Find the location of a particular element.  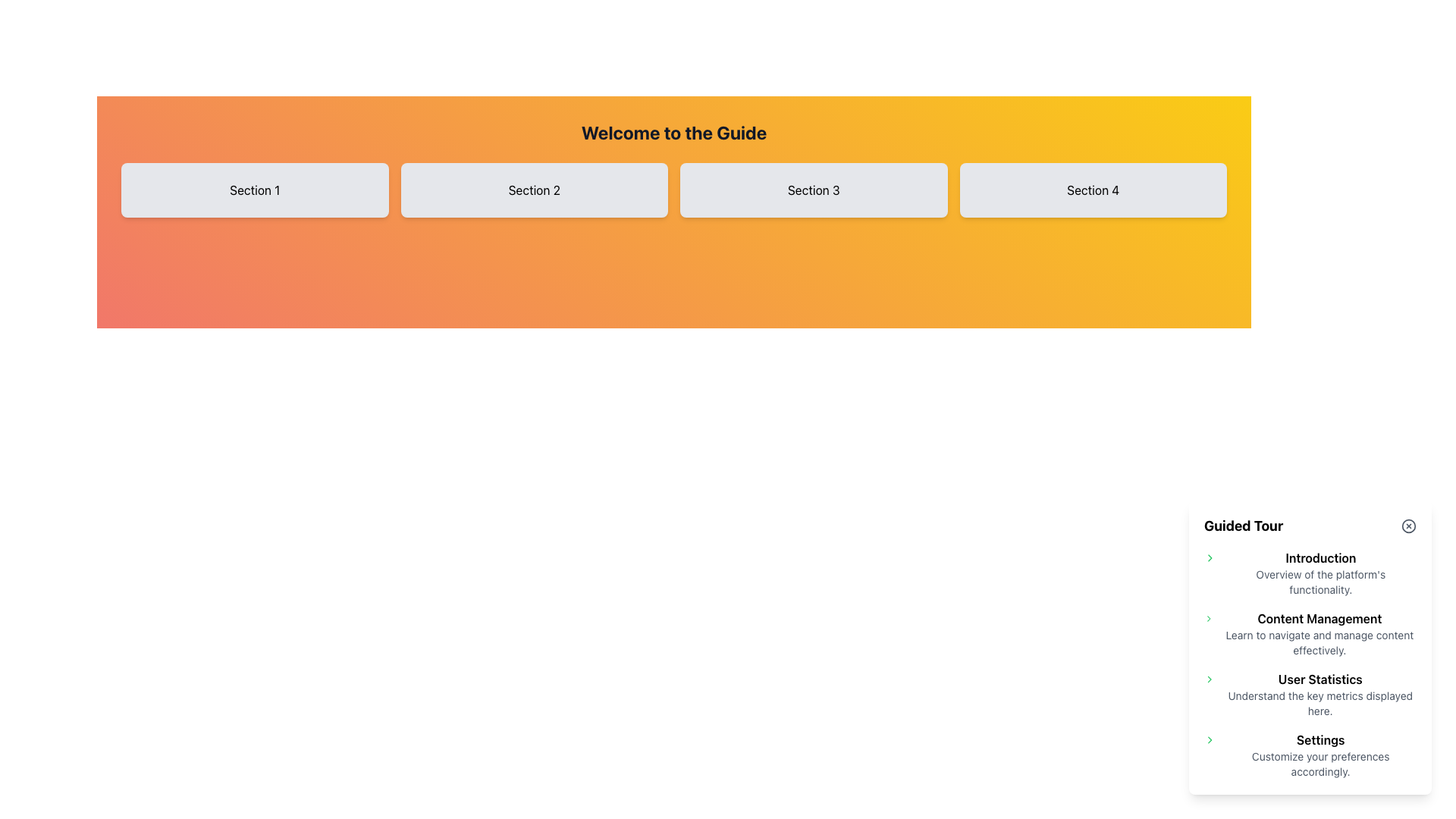

the chevron icon located in the right-hand sidebar within the 'Guided Tour' card, positioned to the left of the 'Introduction' title text is located at coordinates (1209, 558).